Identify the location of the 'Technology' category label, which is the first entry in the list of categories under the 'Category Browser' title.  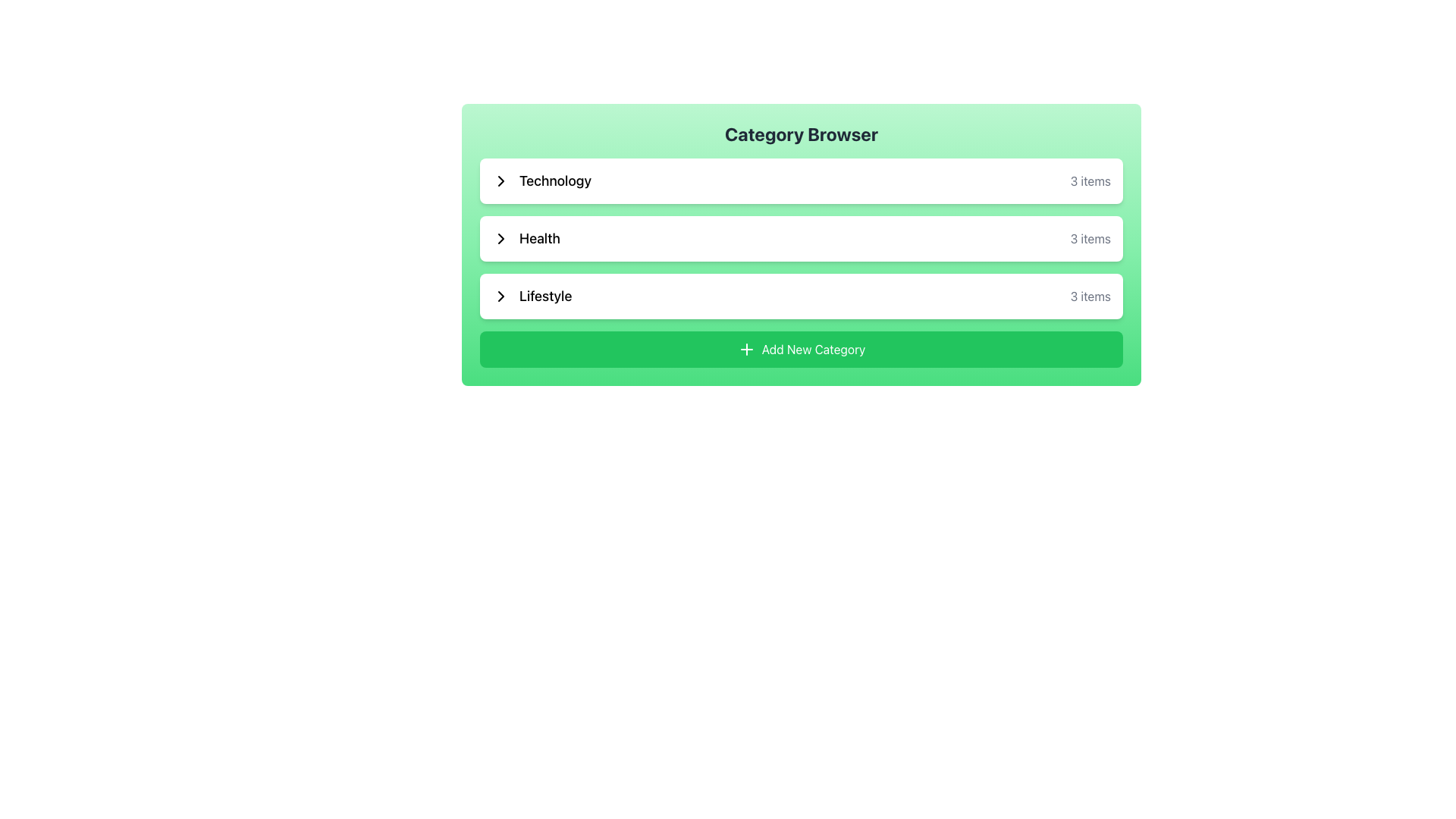
(541, 180).